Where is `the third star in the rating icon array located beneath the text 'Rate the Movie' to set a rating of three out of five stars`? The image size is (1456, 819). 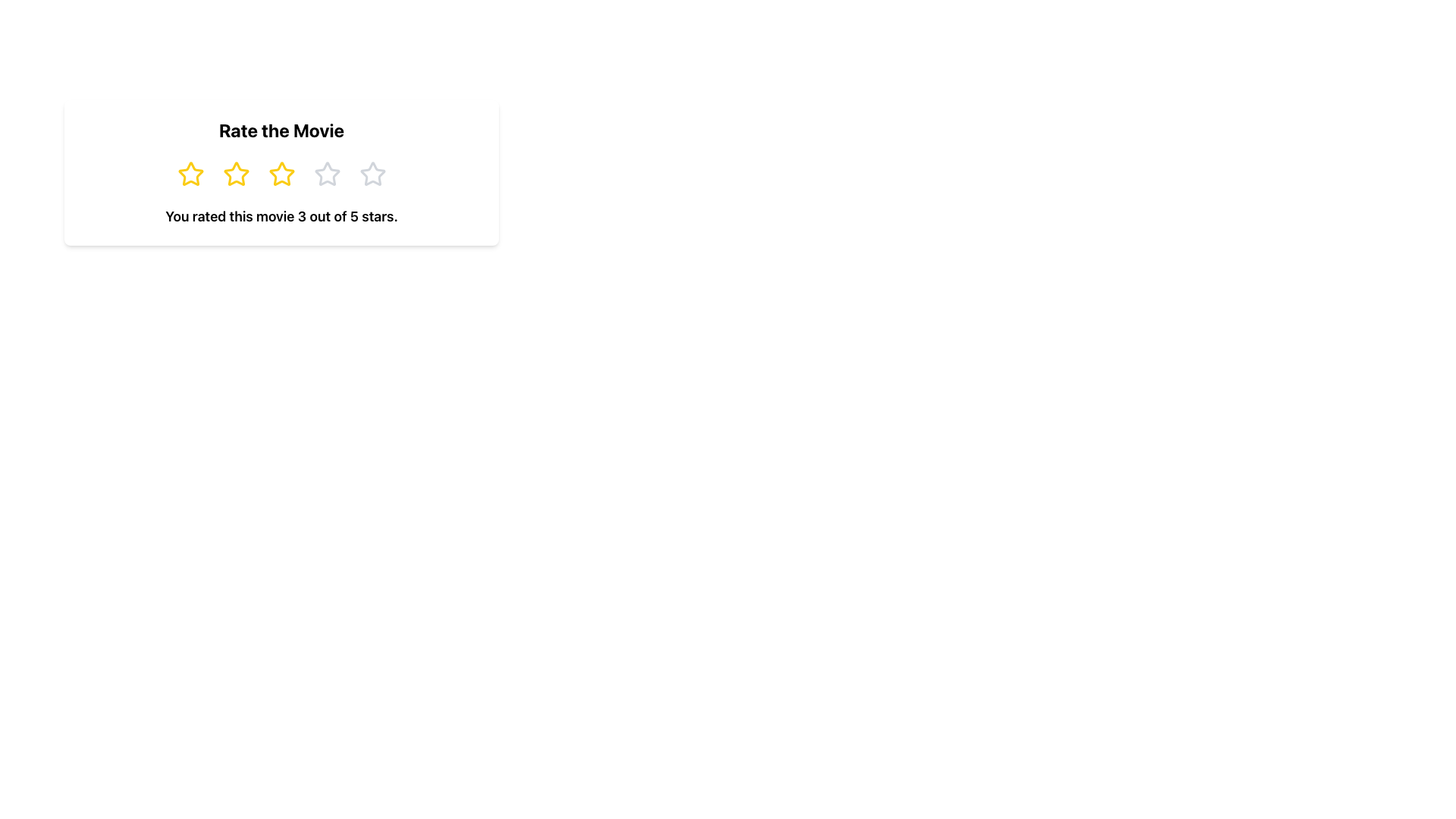 the third star in the rating icon array located beneath the text 'Rate the Movie' to set a rating of three out of five stars is located at coordinates (281, 174).